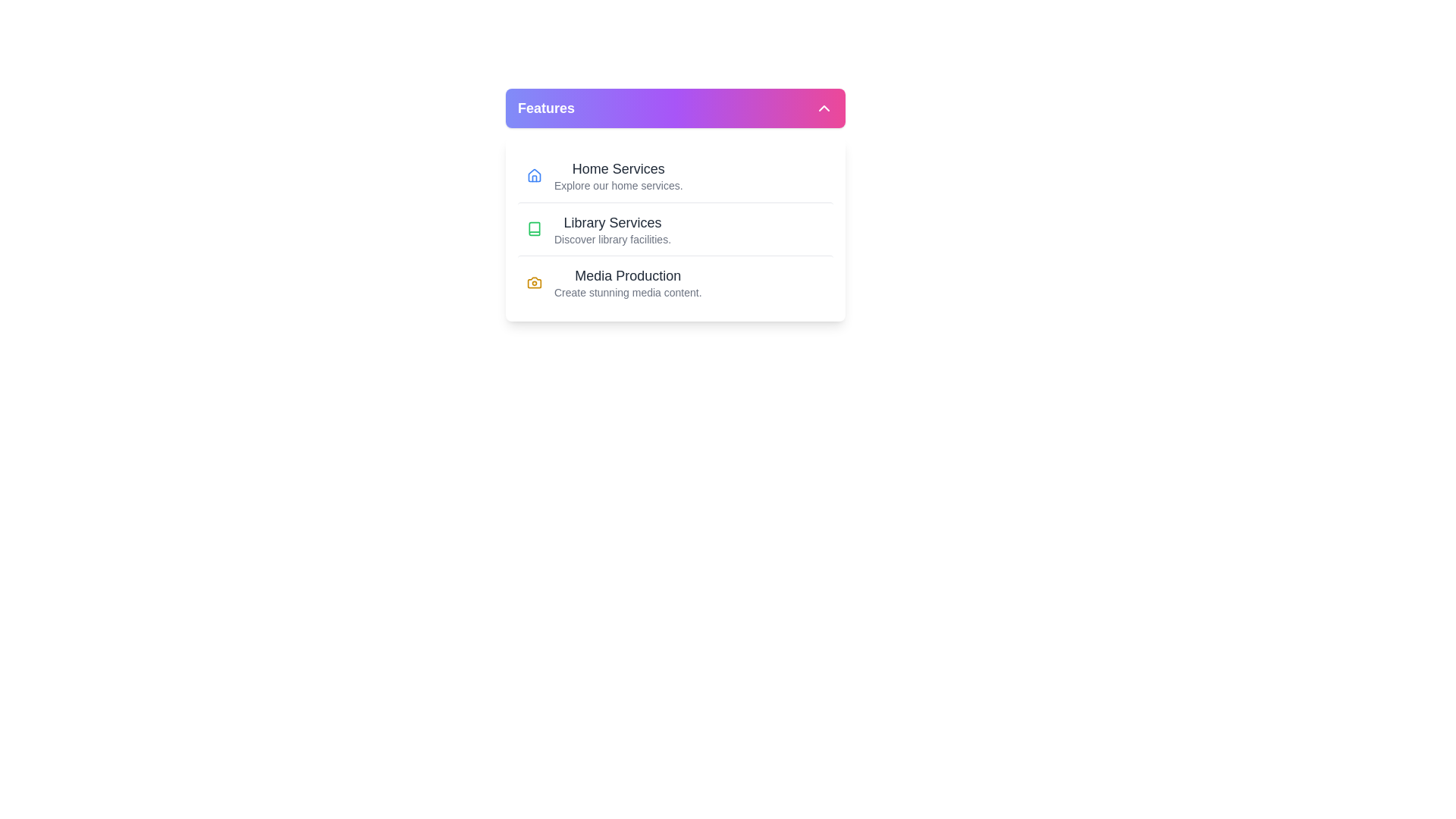 The image size is (1456, 819). I want to click on the expand/collapse icon located at the far right of the 'Features' header, so click(823, 107).